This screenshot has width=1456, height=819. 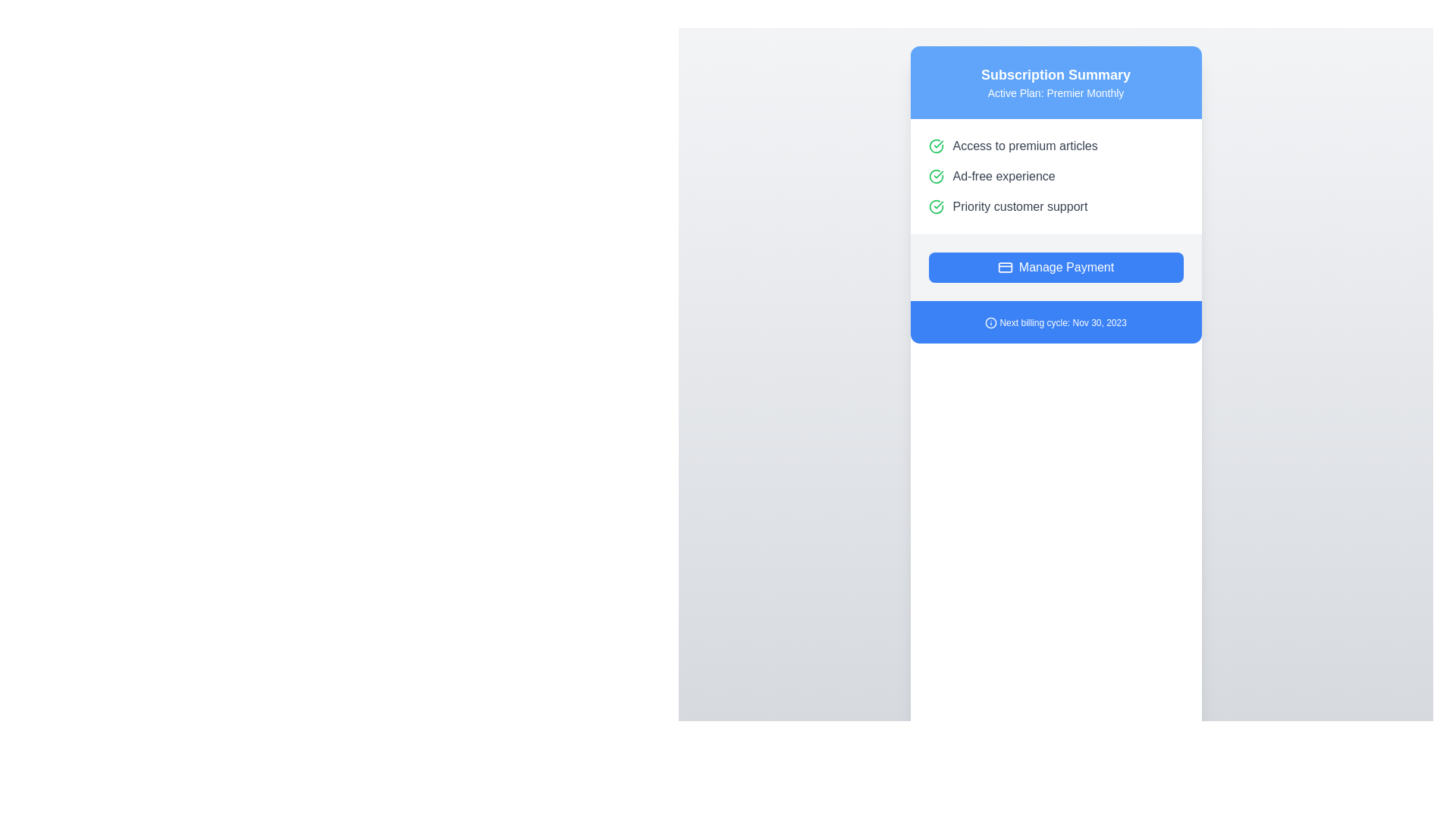 I want to click on the credit card icon located to the left of the 'Manage Payment' text within the blue button labeled 'Manage Payment', so click(x=1005, y=267).